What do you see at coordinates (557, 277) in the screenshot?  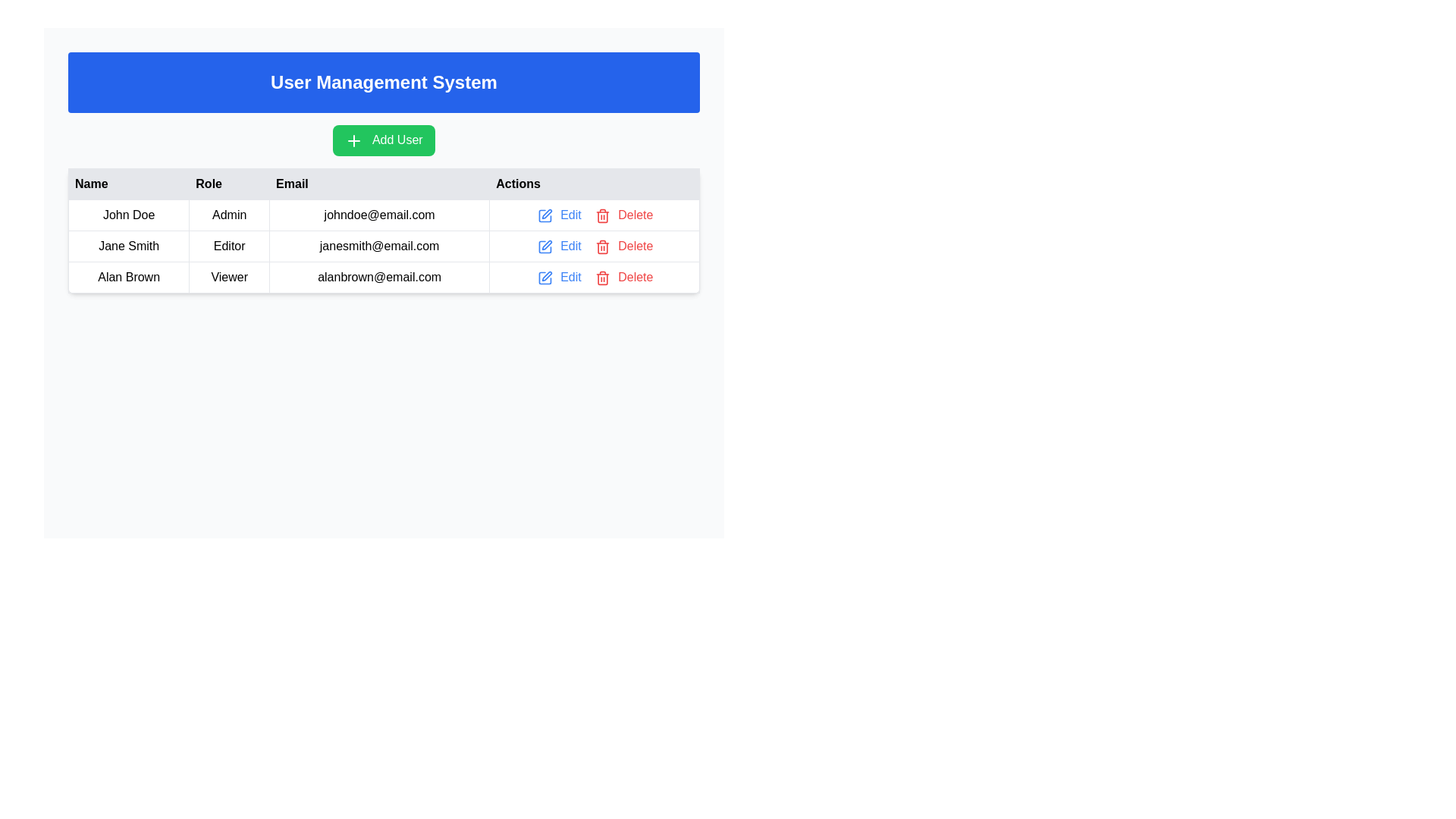 I see `the blue text link labeled 'Edit' with a pen icon located in the 'Actions' column of the last row in the table` at bounding box center [557, 277].